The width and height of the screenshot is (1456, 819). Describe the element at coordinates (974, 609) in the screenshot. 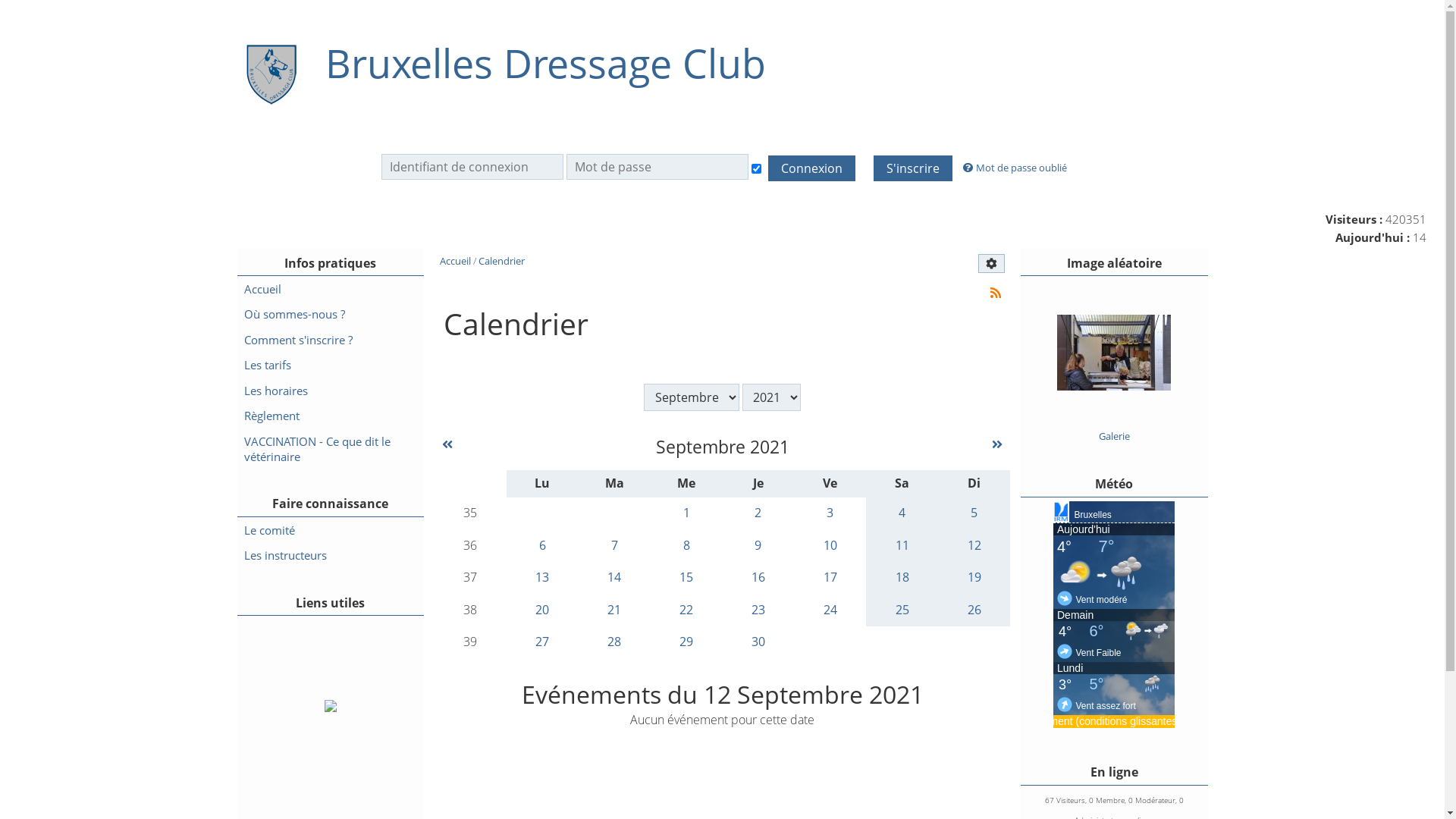

I see `'26'` at that location.